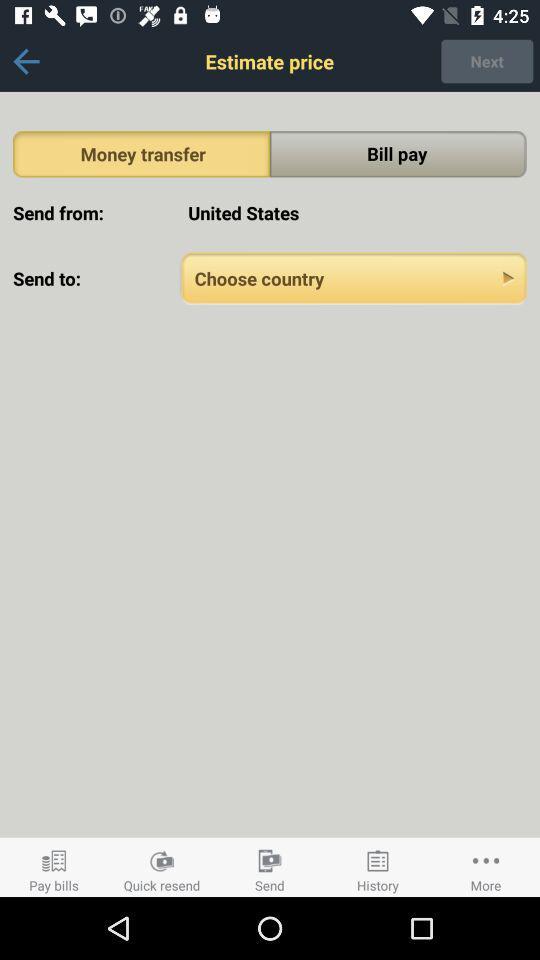 The width and height of the screenshot is (540, 960). Describe the element at coordinates (353, 277) in the screenshot. I see `location` at that location.